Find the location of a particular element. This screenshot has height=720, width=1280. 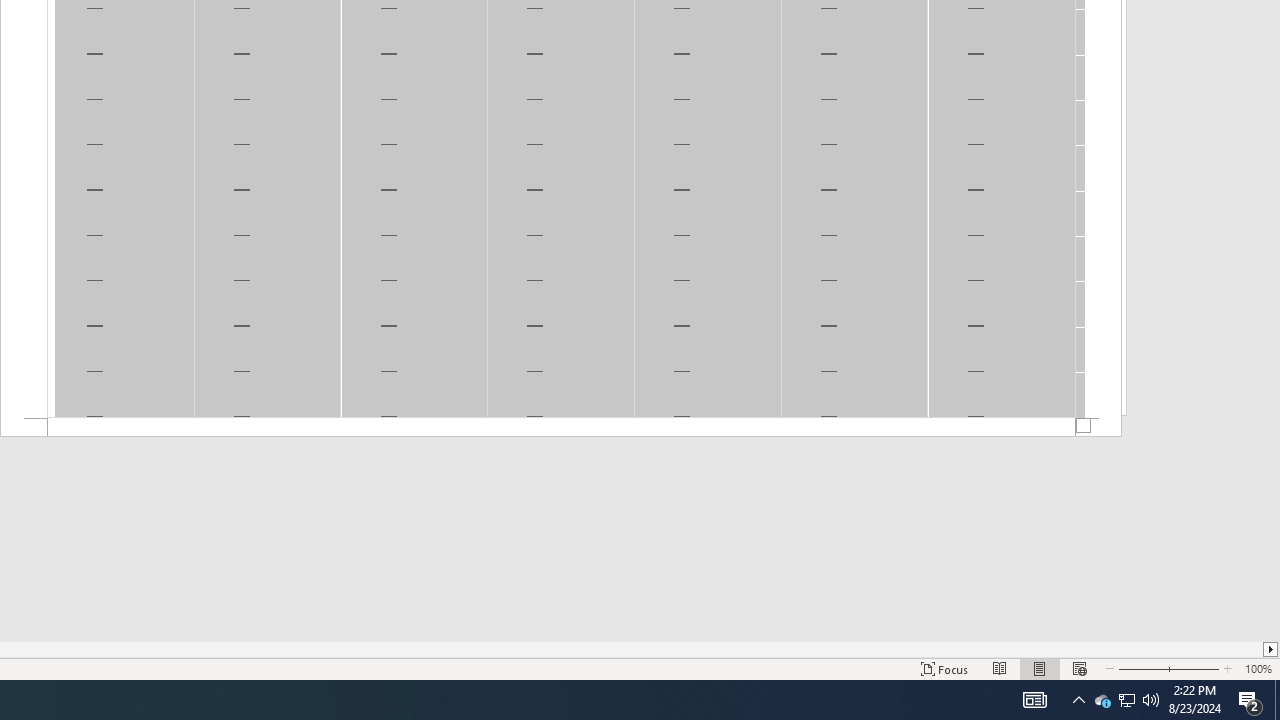

'Column right' is located at coordinates (1270, 649).